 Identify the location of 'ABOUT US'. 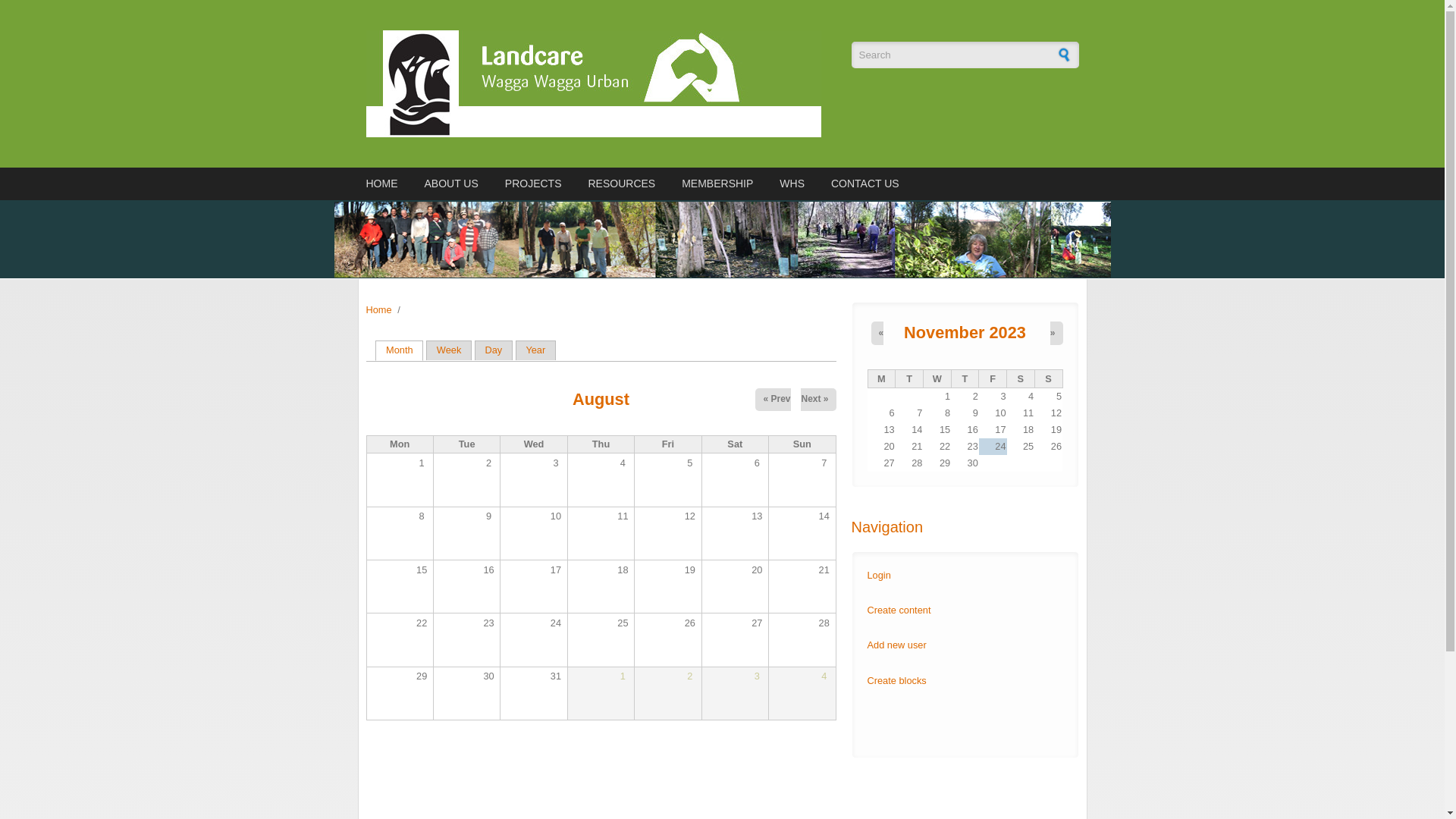
(450, 183).